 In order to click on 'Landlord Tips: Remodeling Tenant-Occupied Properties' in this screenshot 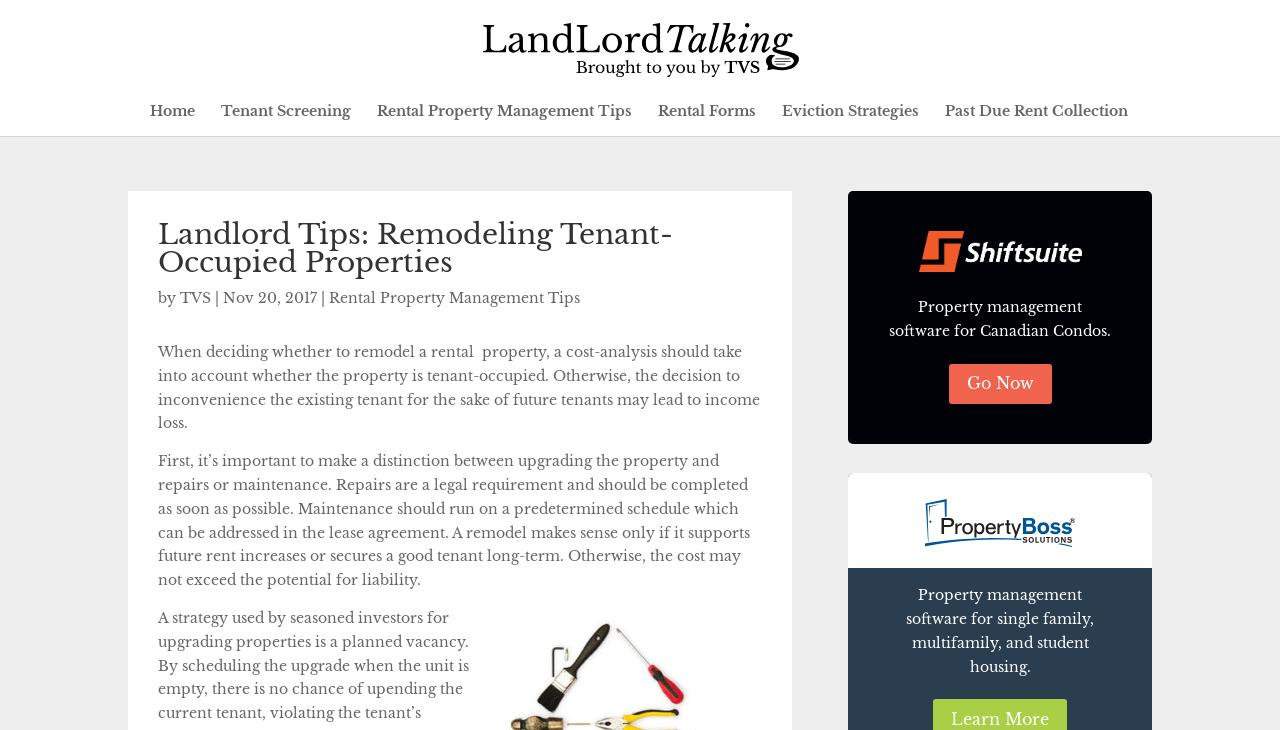, I will do `click(414, 247)`.